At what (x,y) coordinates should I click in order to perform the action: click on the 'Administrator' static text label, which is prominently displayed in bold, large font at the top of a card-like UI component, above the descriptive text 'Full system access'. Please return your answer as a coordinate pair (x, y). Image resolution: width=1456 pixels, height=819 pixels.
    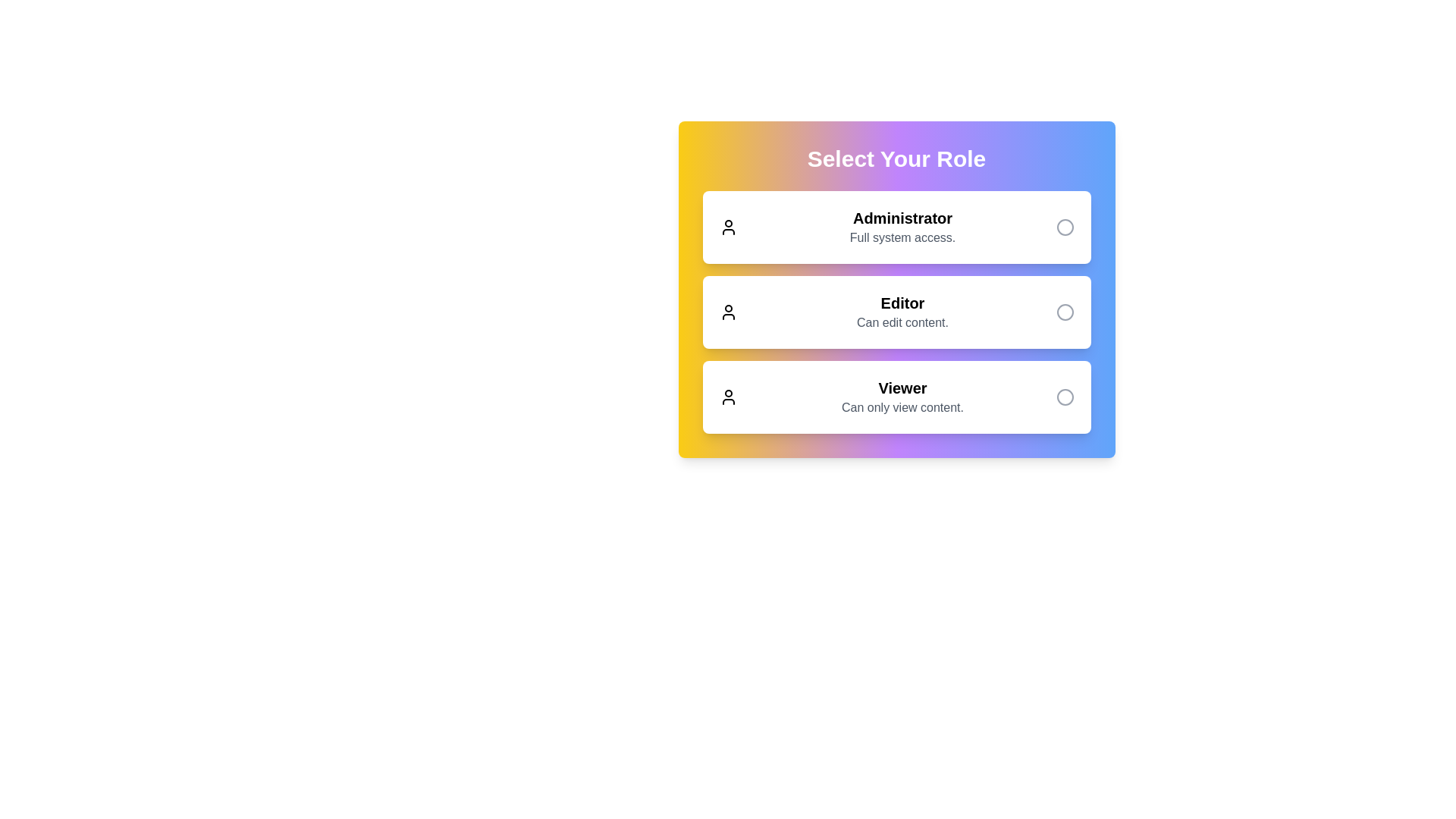
    Looking at the image, I should click on (902, 218).